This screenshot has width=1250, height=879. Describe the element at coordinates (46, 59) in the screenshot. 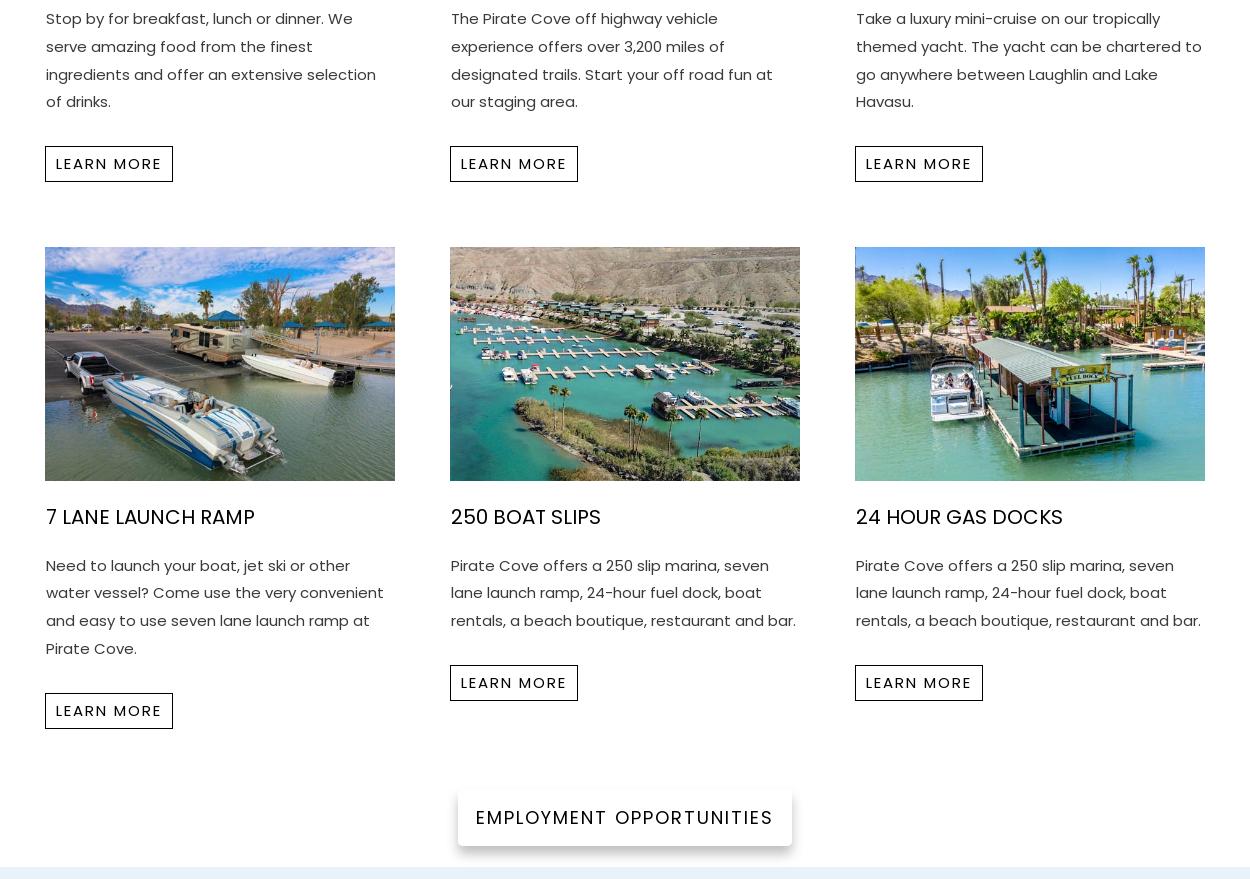

I see `'Stop by for breakfast, lunch or dinner. We serve amazing food from the finest ingredients and offer an extensive selection of drinks.'` at that location.